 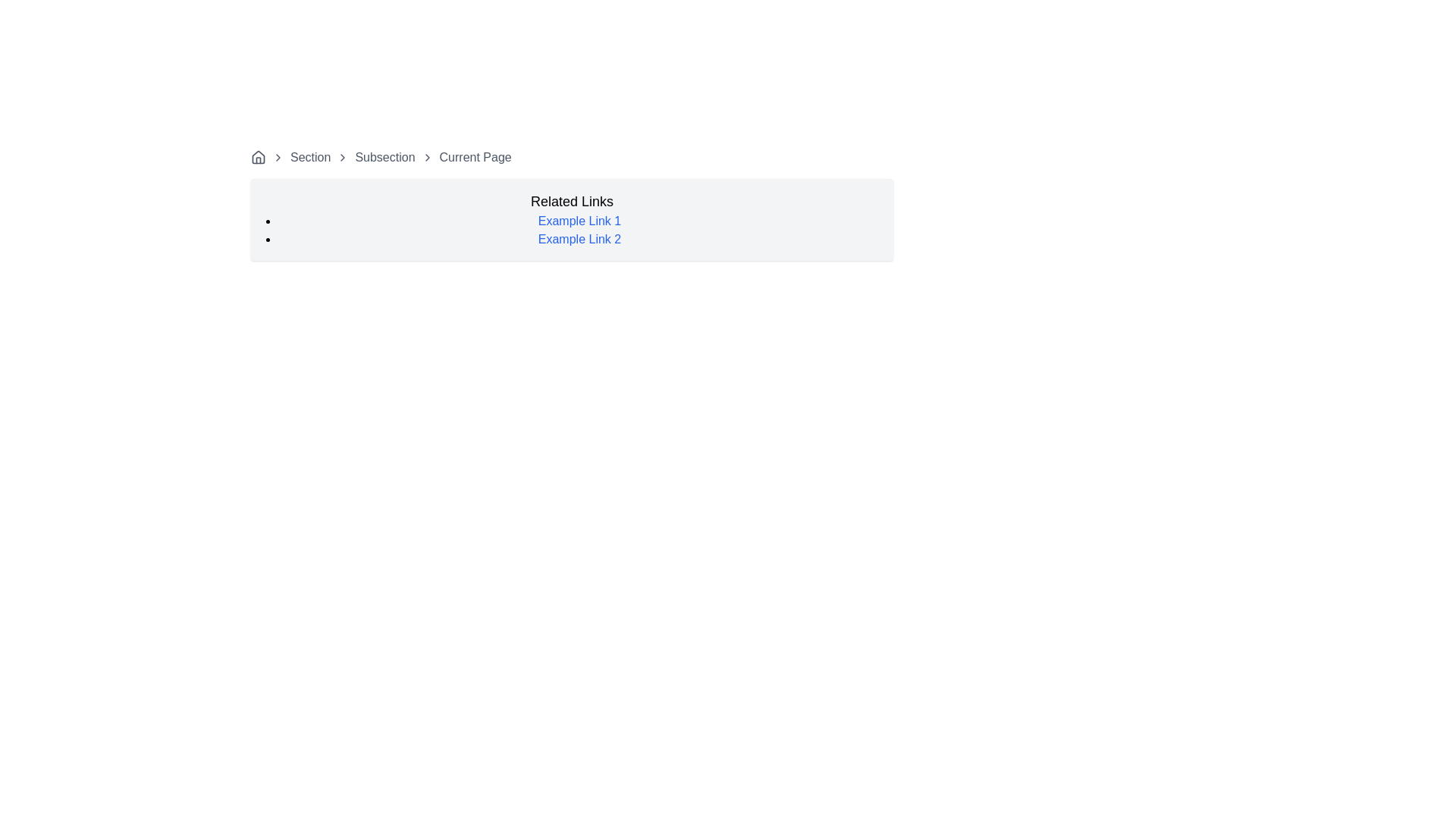 I want to click on the second hyperlink in the unordered list under the 'Related Links' section, so click(x=579, y=239).